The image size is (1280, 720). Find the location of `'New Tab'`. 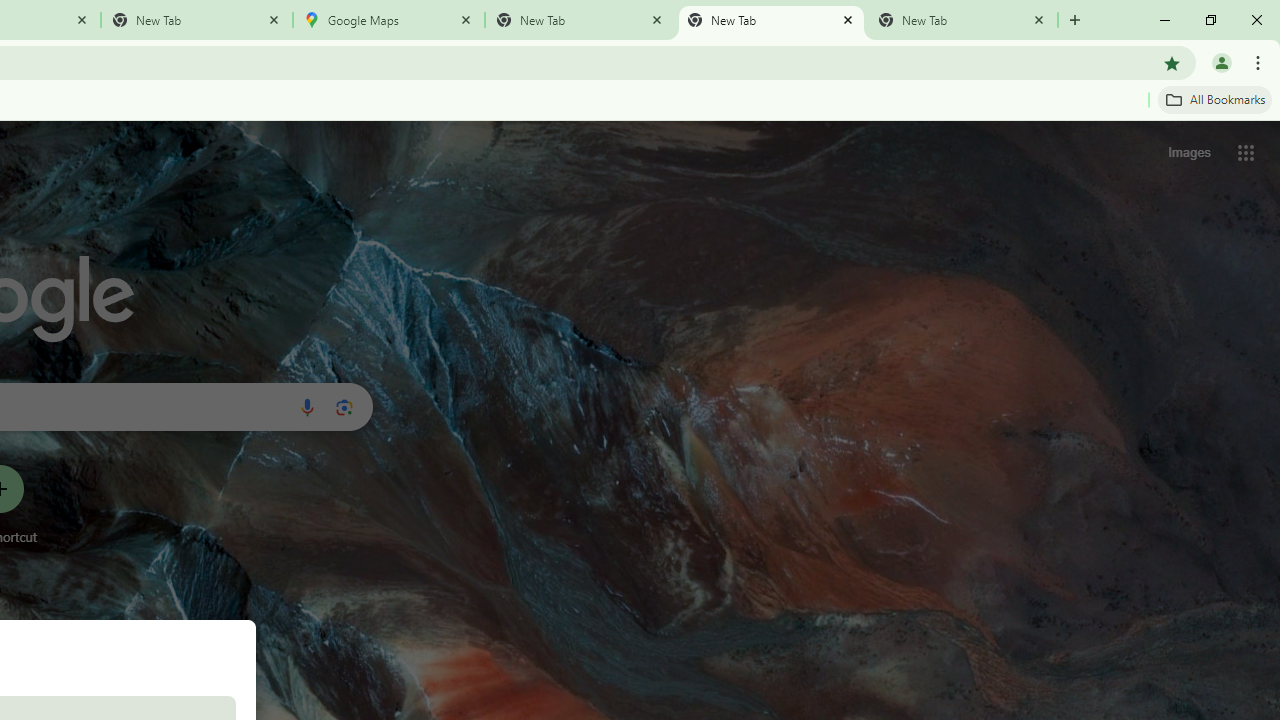

'New Tab' is located at coordinates (962, 20).